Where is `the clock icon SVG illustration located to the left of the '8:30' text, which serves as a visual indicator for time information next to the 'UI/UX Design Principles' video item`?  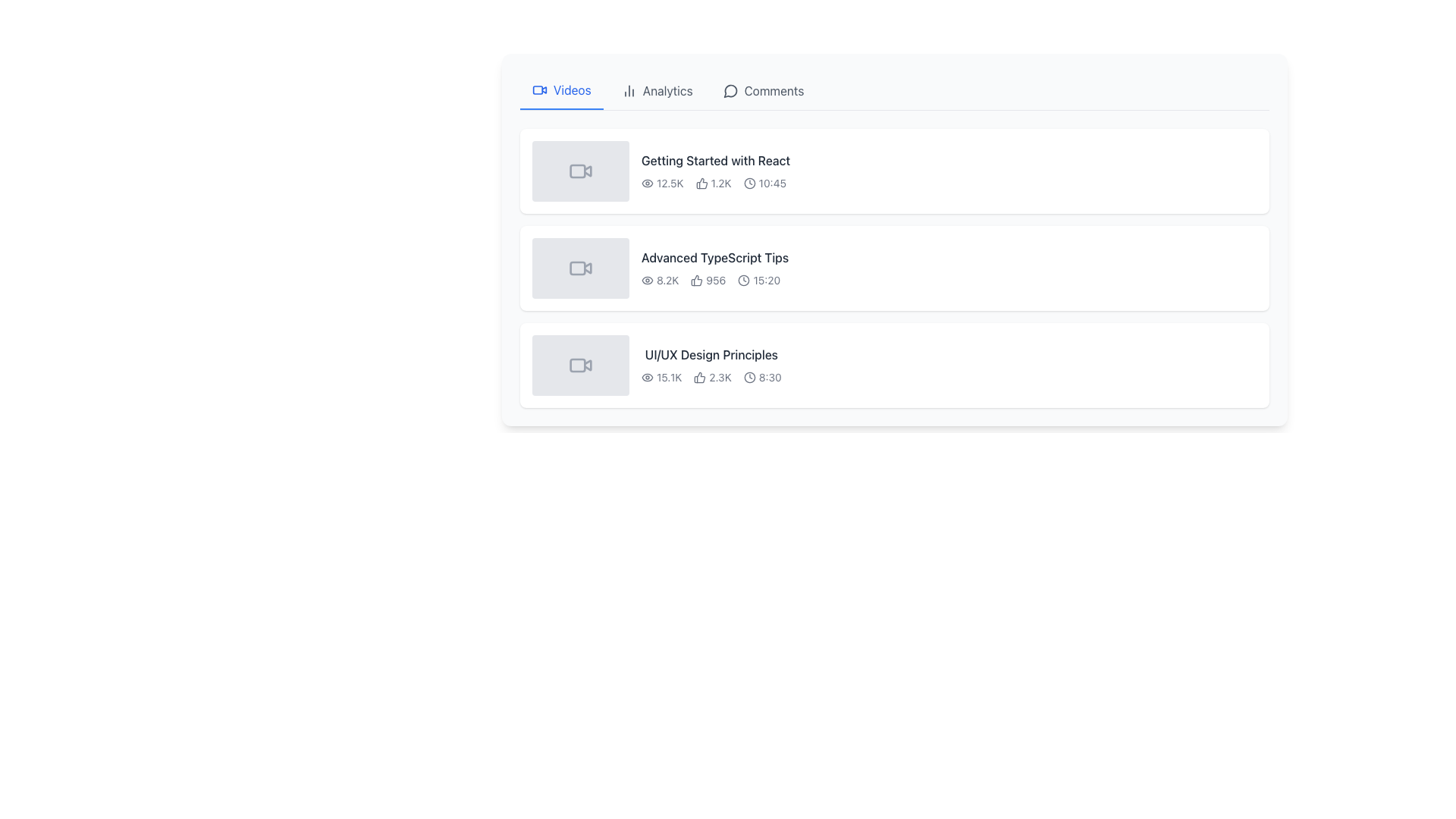
the clock icon SVG illustration located to the left of the '8:30' text, which serves as a visual indicator for time information next to the 'UI/UX Design Principles' video item is located at coordinates (749, 376).